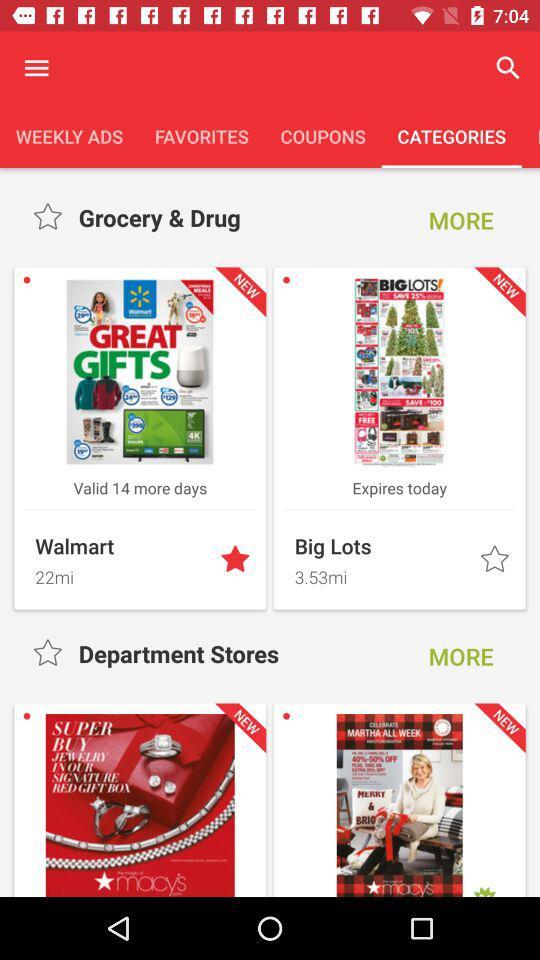 This screenshot has height=960, width=540. I want to click on icon above categories item, so click(508, 68).